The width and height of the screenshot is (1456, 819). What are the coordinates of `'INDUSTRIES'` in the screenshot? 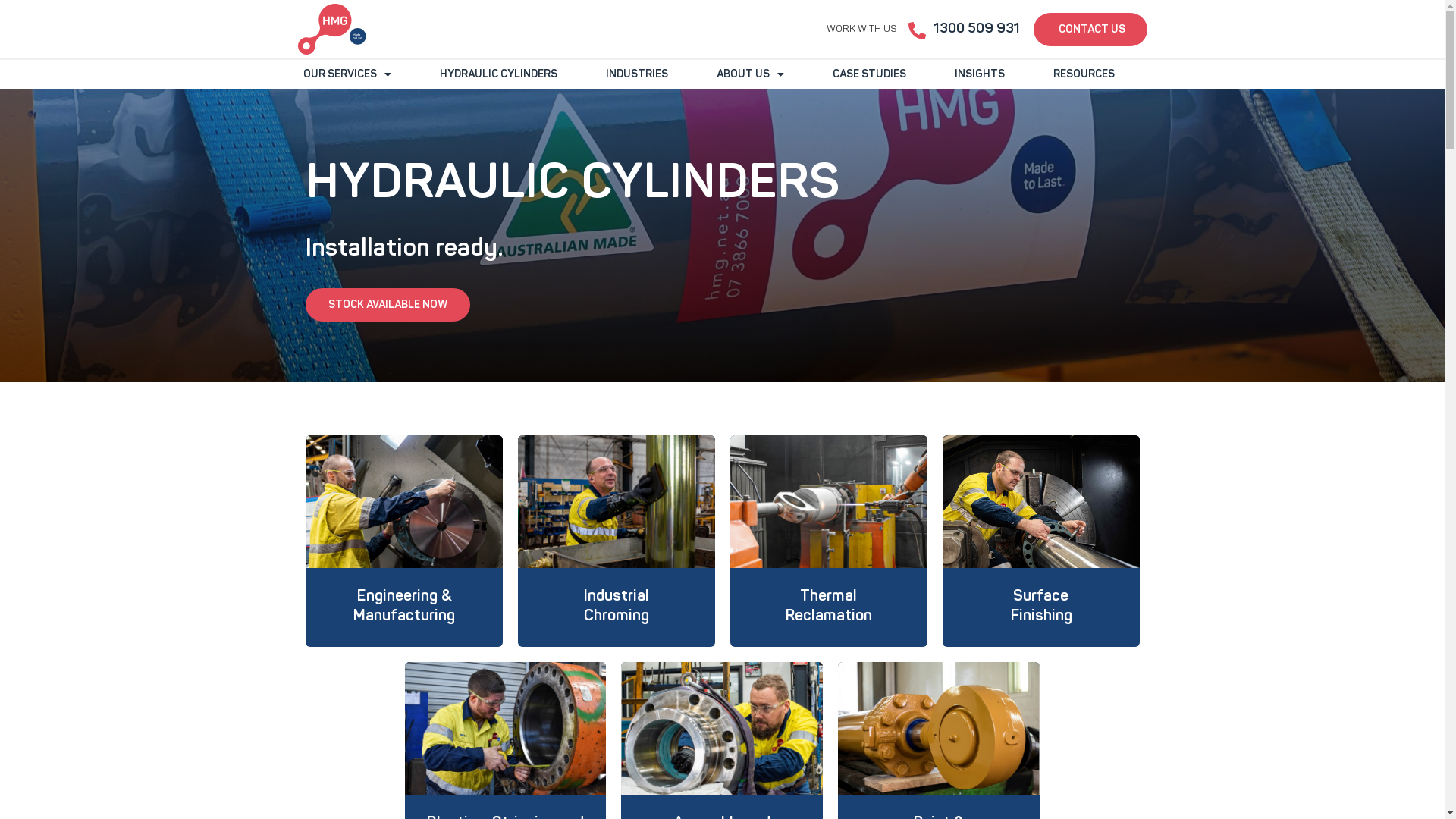 It's located at (637, 74).